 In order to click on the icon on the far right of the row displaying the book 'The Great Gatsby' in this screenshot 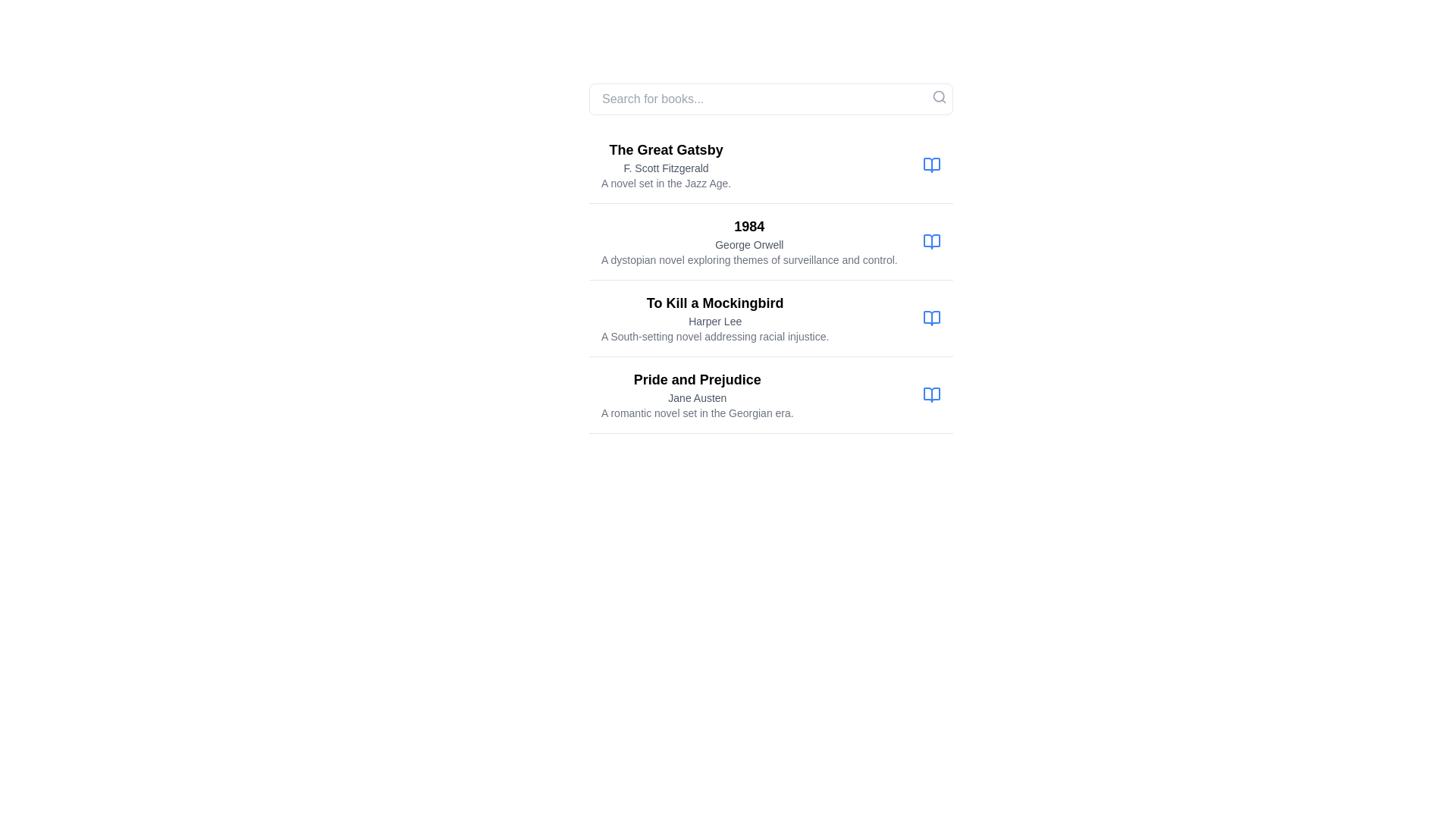, I will do `click(930, 165)`.